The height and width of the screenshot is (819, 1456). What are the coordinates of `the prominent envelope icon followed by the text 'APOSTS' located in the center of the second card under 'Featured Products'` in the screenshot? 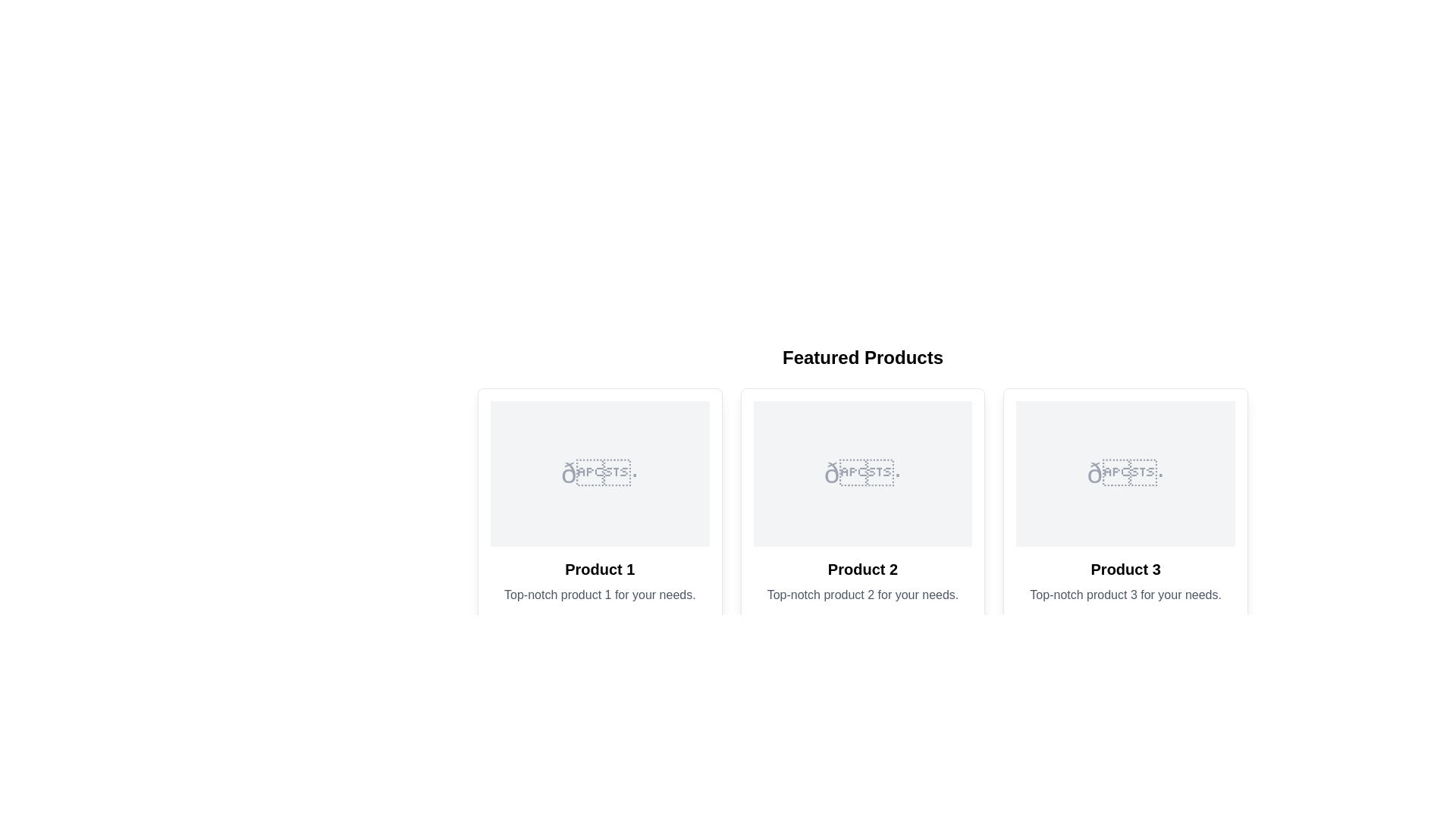 It's located at (862, 472).